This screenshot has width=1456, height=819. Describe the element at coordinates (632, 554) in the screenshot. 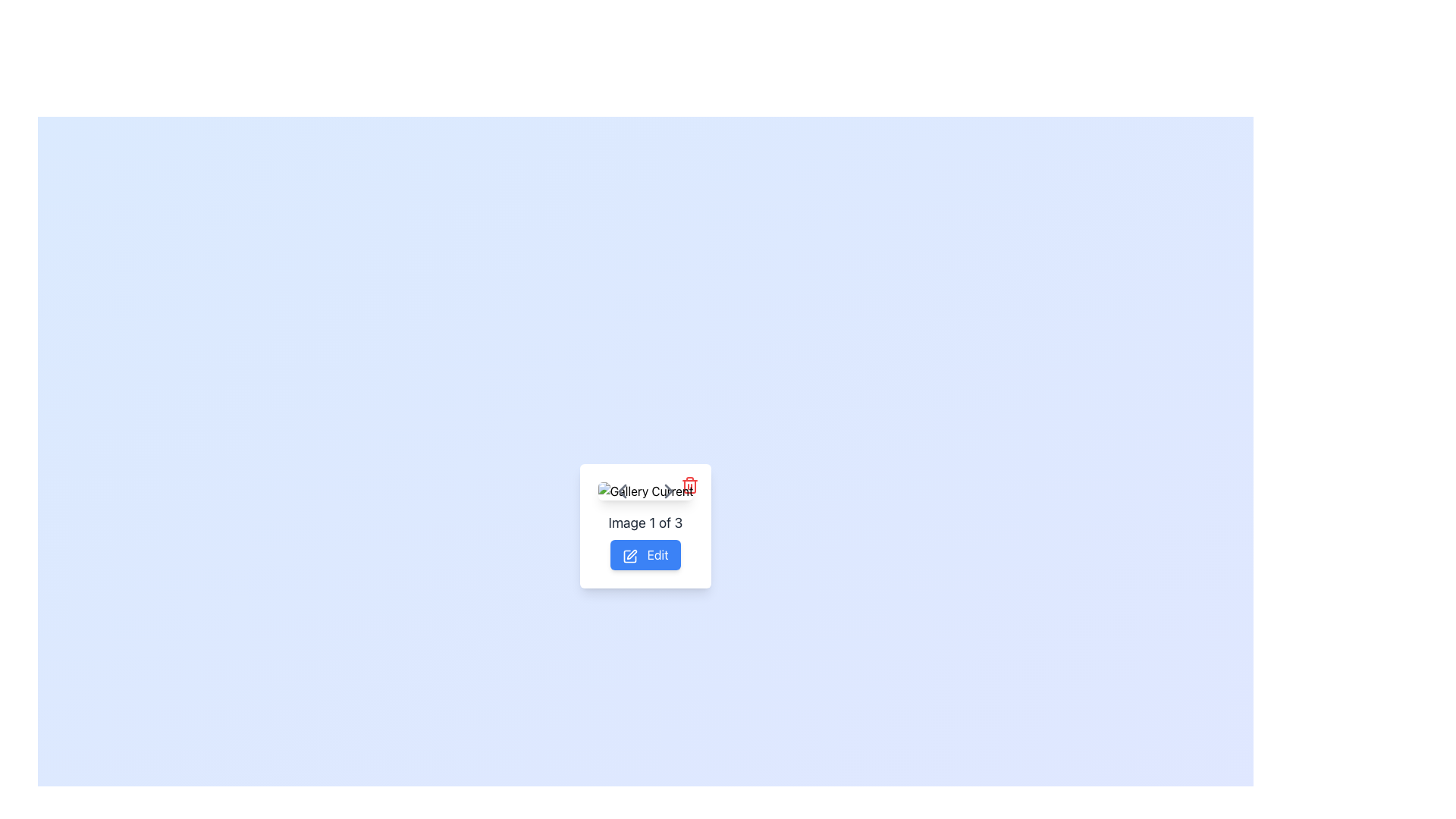

I see `the edit icon represented by a pen and square, located adjacent to the 'Gallery Current' heading, to initiate an edit action` at that location.